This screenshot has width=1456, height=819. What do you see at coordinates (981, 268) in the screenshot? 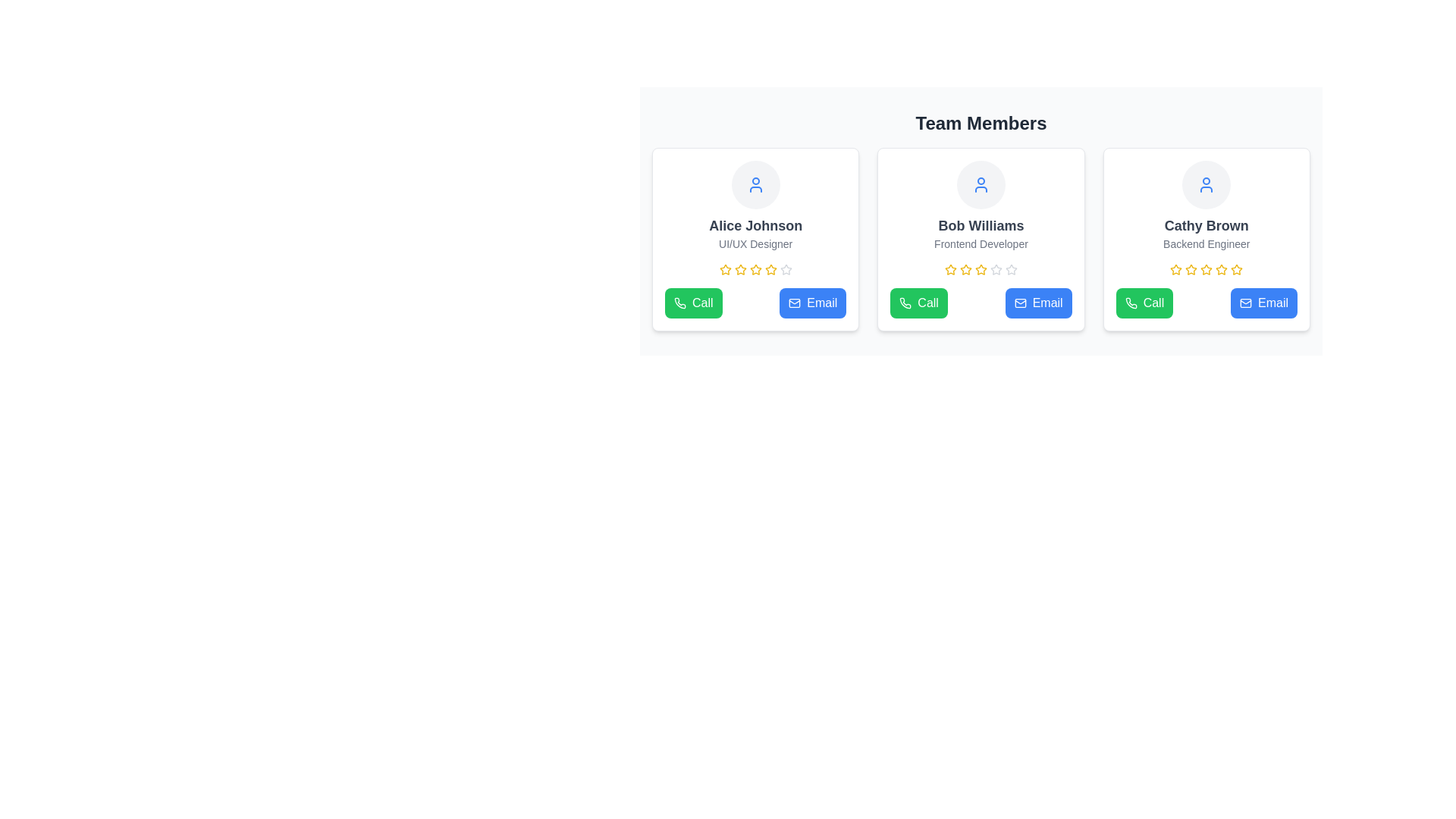
I see `the yellow star in the Rating component for 'Bob Williams' to adjust the rating` at bounding box center [981, 268].